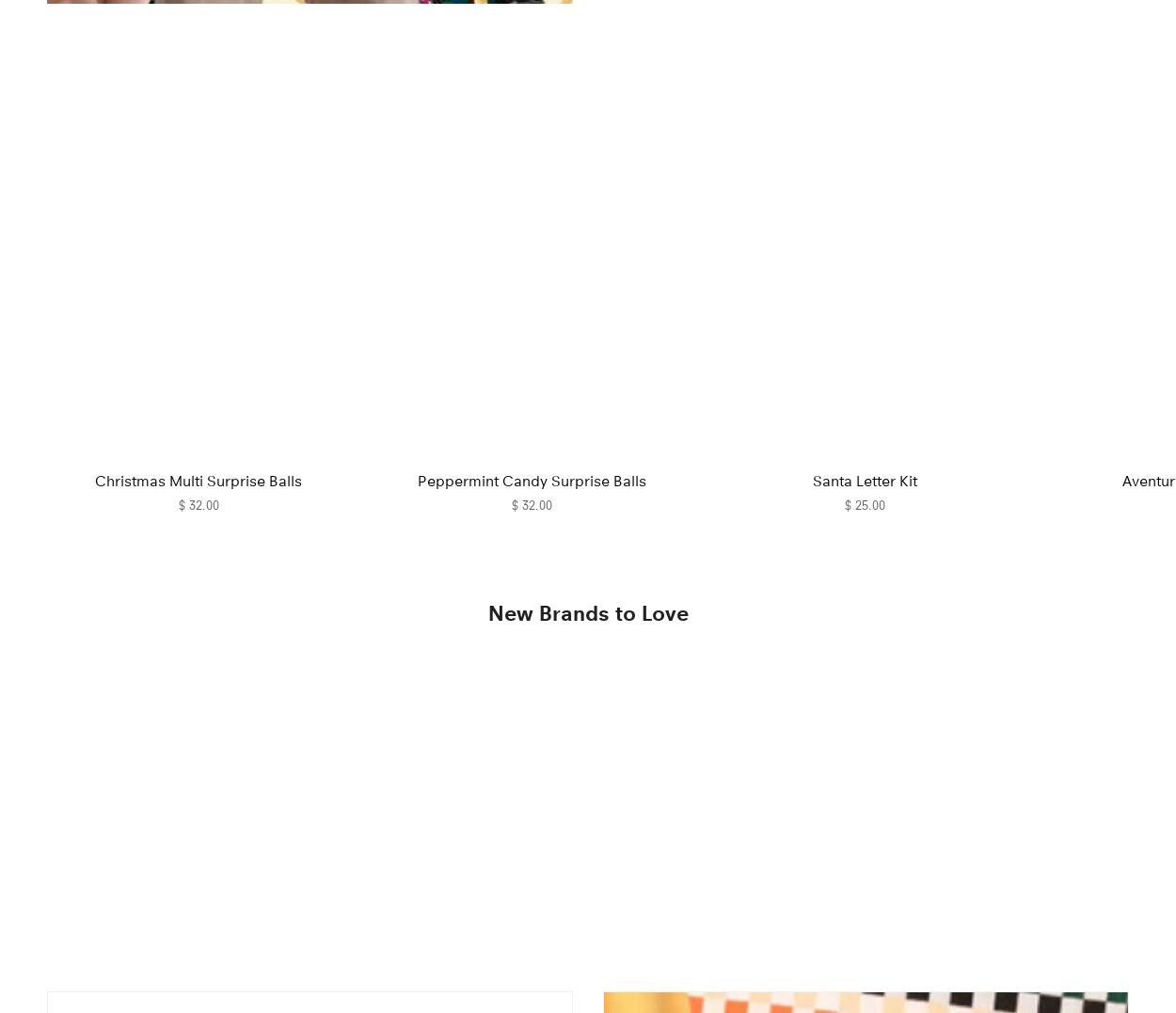 The width and height of the screenshot is (1176, 1013). I want to click on 'House Plant Shop', so click(726, 932).